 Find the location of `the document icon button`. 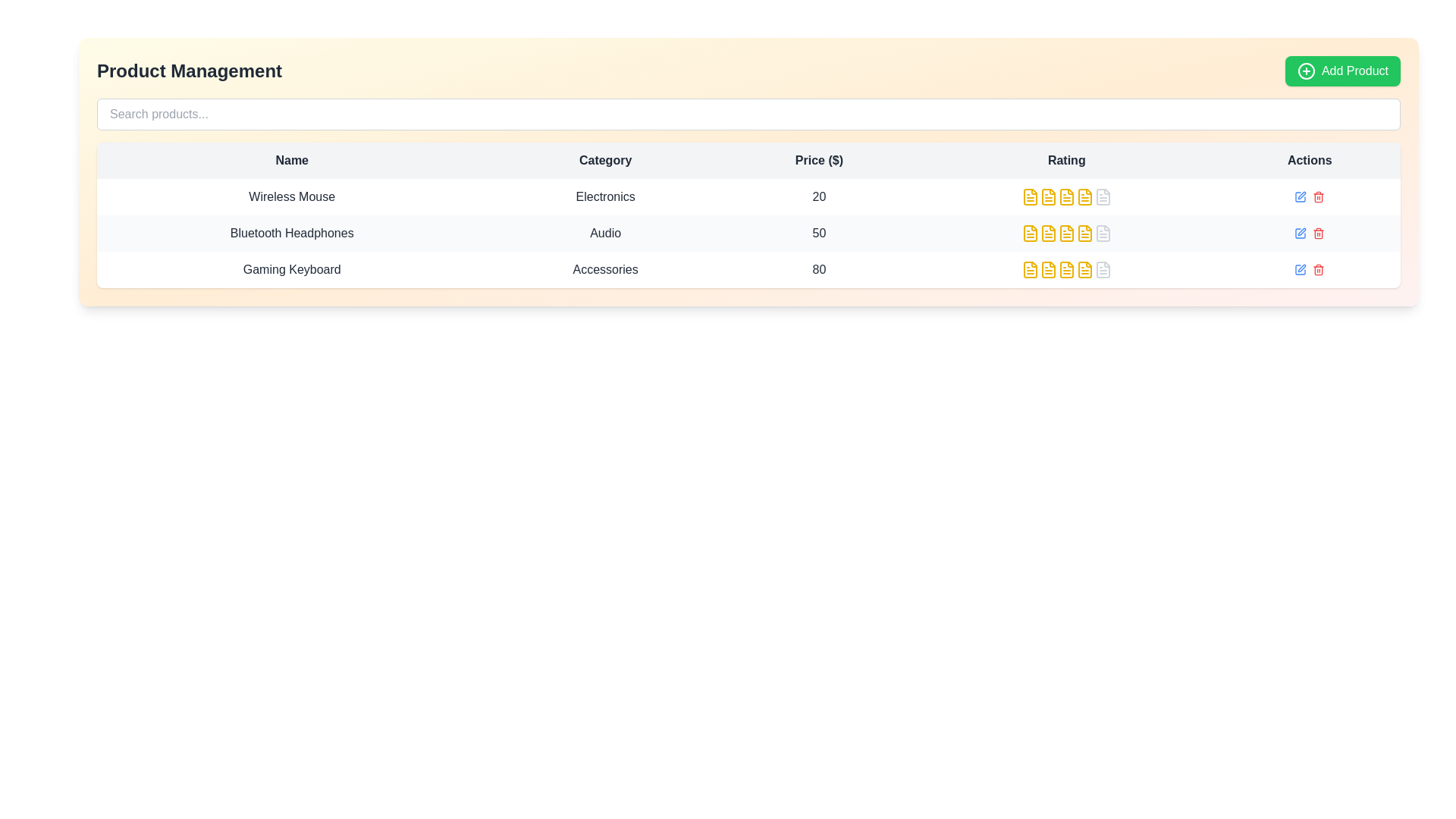

the document icon button is located at coordinates (1030, 196).